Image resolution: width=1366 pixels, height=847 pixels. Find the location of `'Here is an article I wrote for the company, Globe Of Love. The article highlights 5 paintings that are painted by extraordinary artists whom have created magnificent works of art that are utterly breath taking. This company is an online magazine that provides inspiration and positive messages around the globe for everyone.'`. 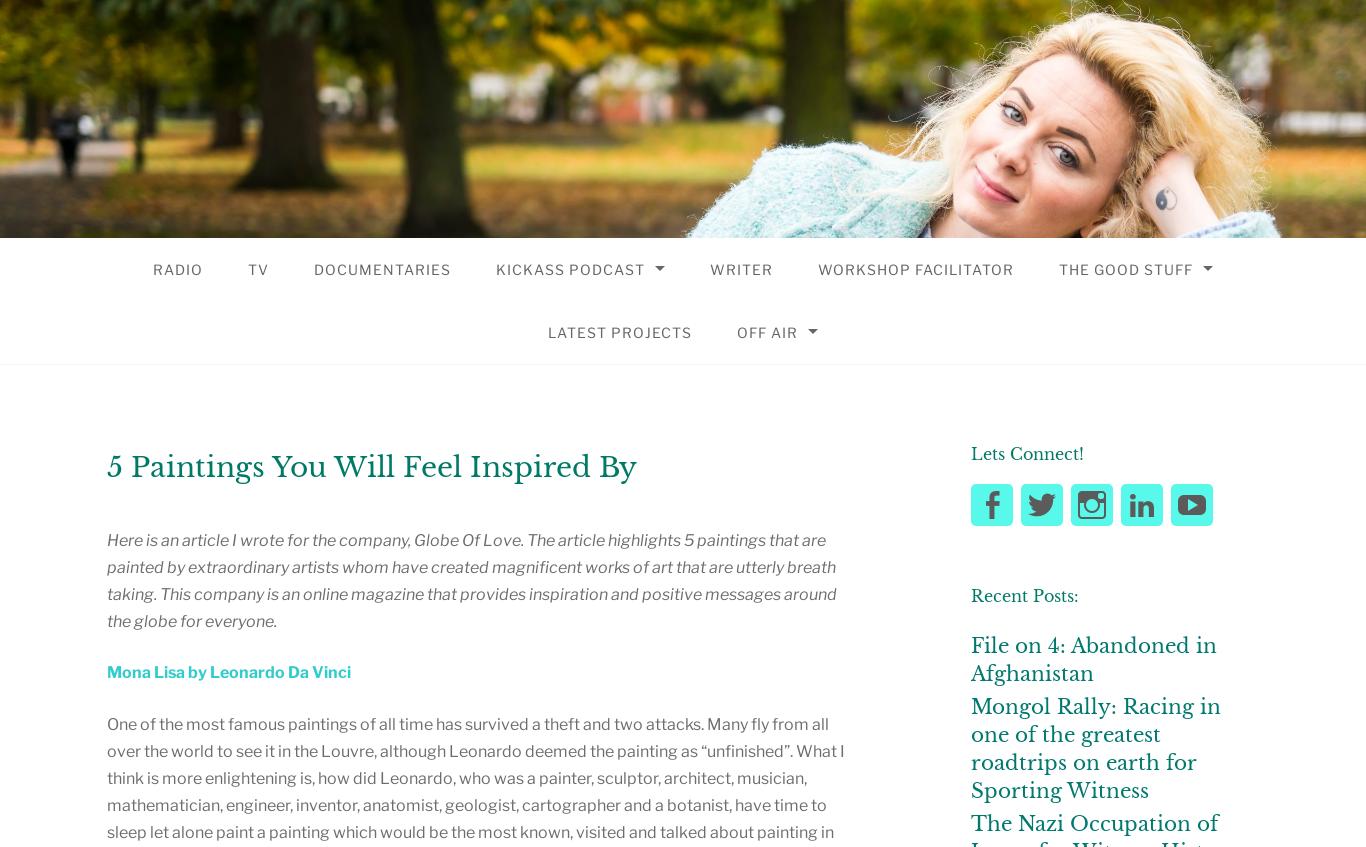

'Here is an article I wrote for the company, Globe Of Love. The article highlights 5 paintings that are painted by extraordinary artists whom have created magnificent works of art that are utterly breath taking. This company is an online magazine that provides inspiration and positive messages around the globe for everyone.' is located at coordinates (471, 580).